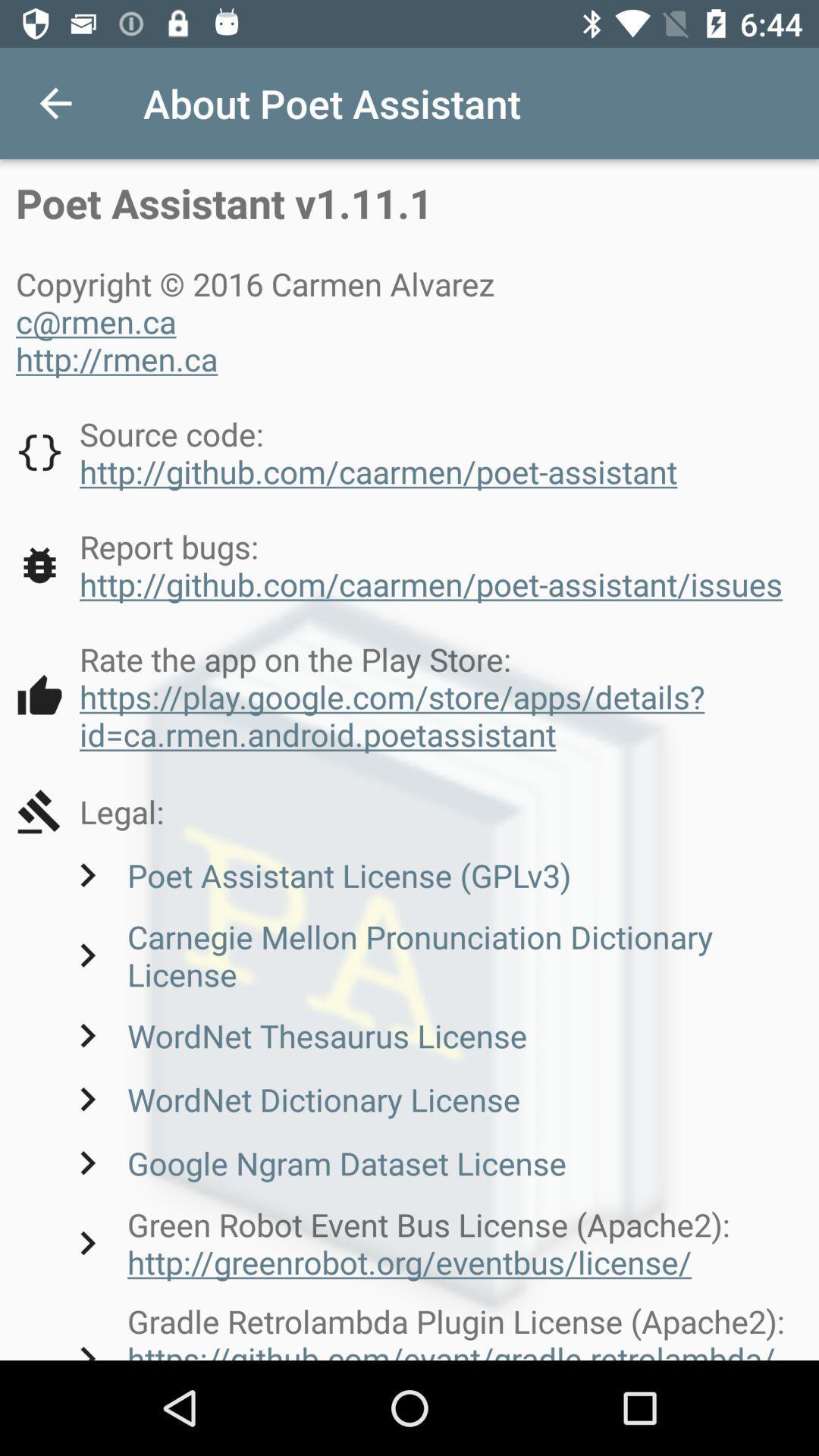 The width and height of the screenshot is (819, 1456). Describe the element at coordinates (314, 1162) in the screenshot. I see `google ngram dataset` at that location.